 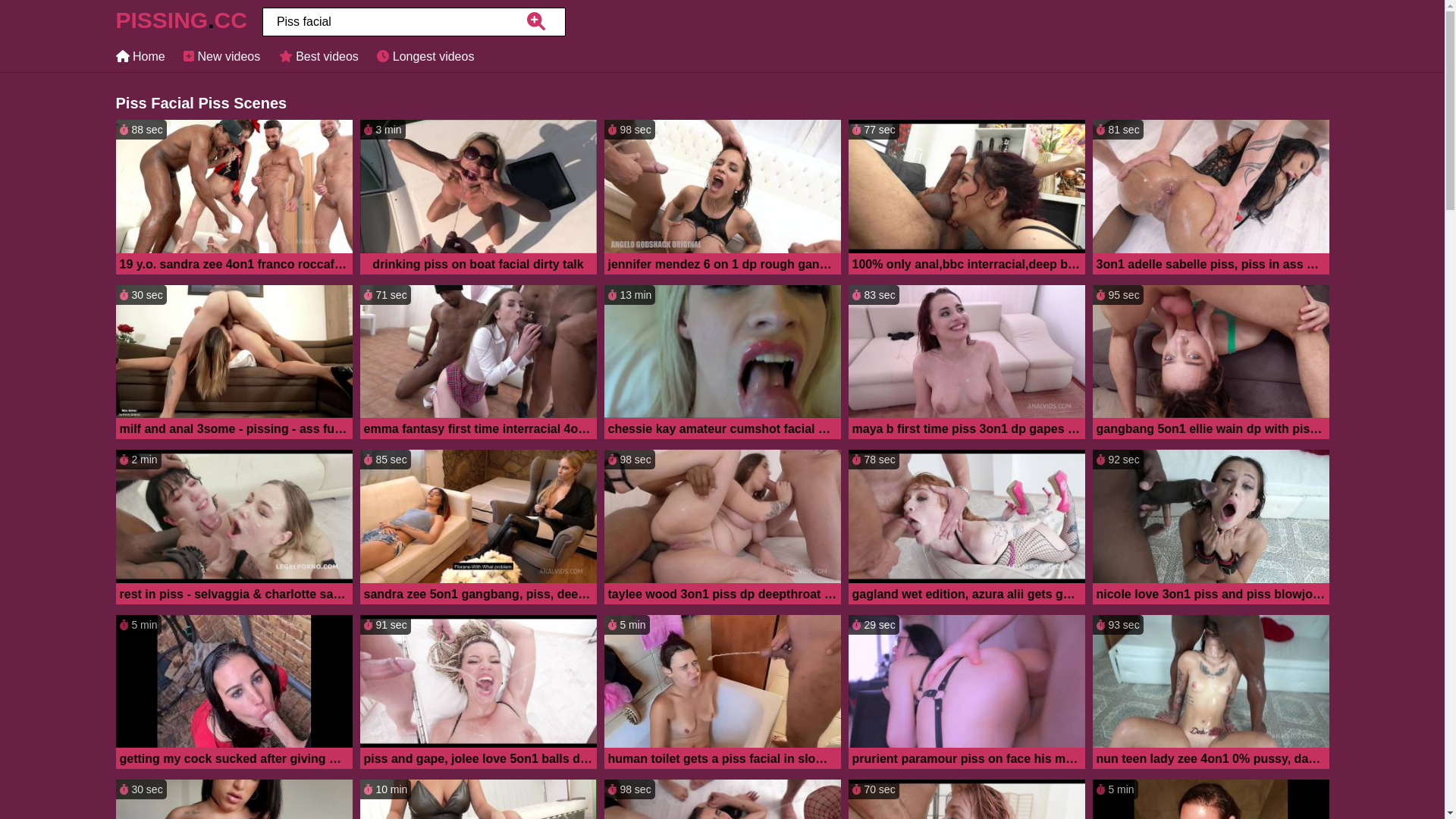 I want to click on '5 min, so click(x=720, y=693).